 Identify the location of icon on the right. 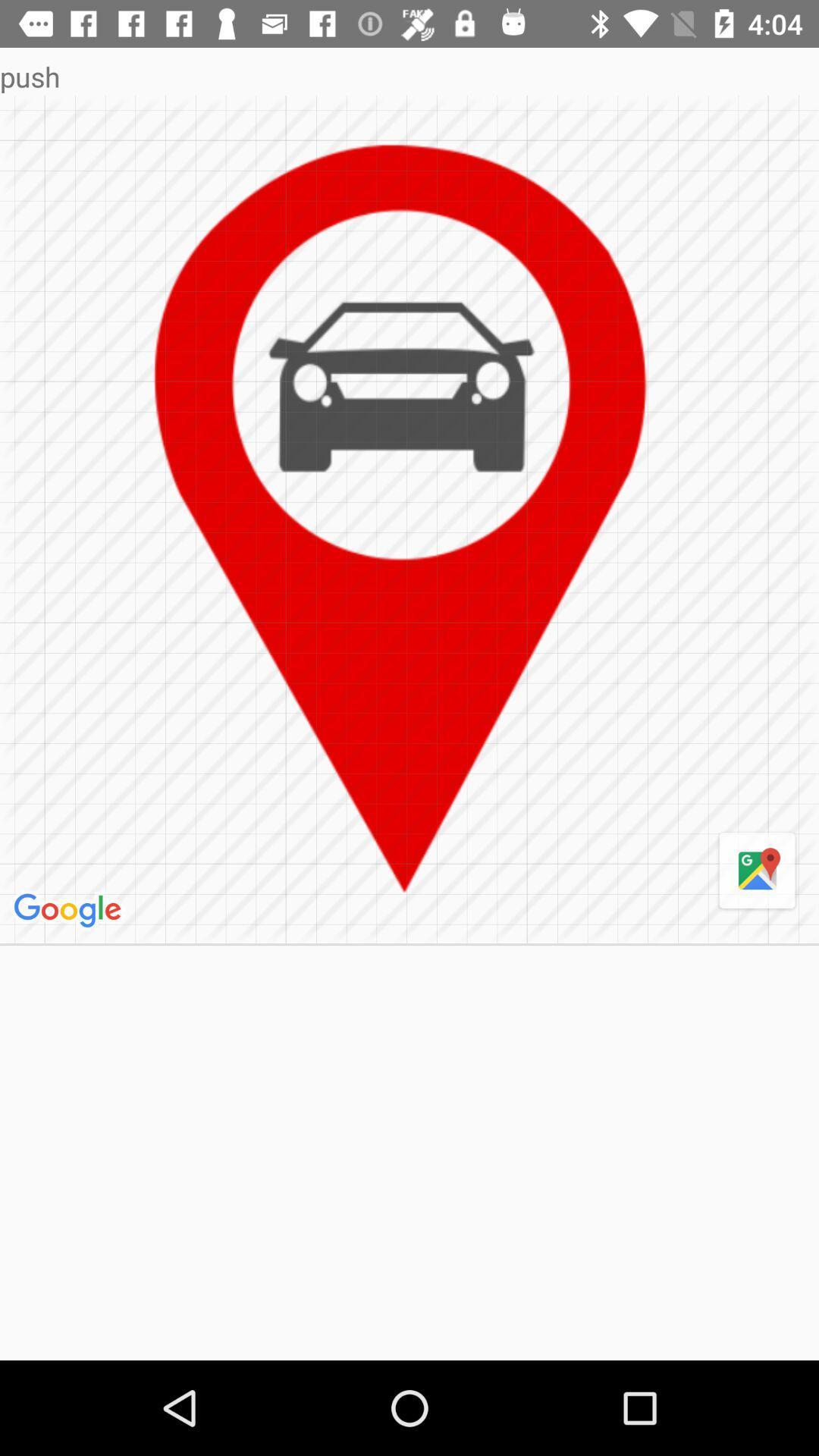
(757, 871).